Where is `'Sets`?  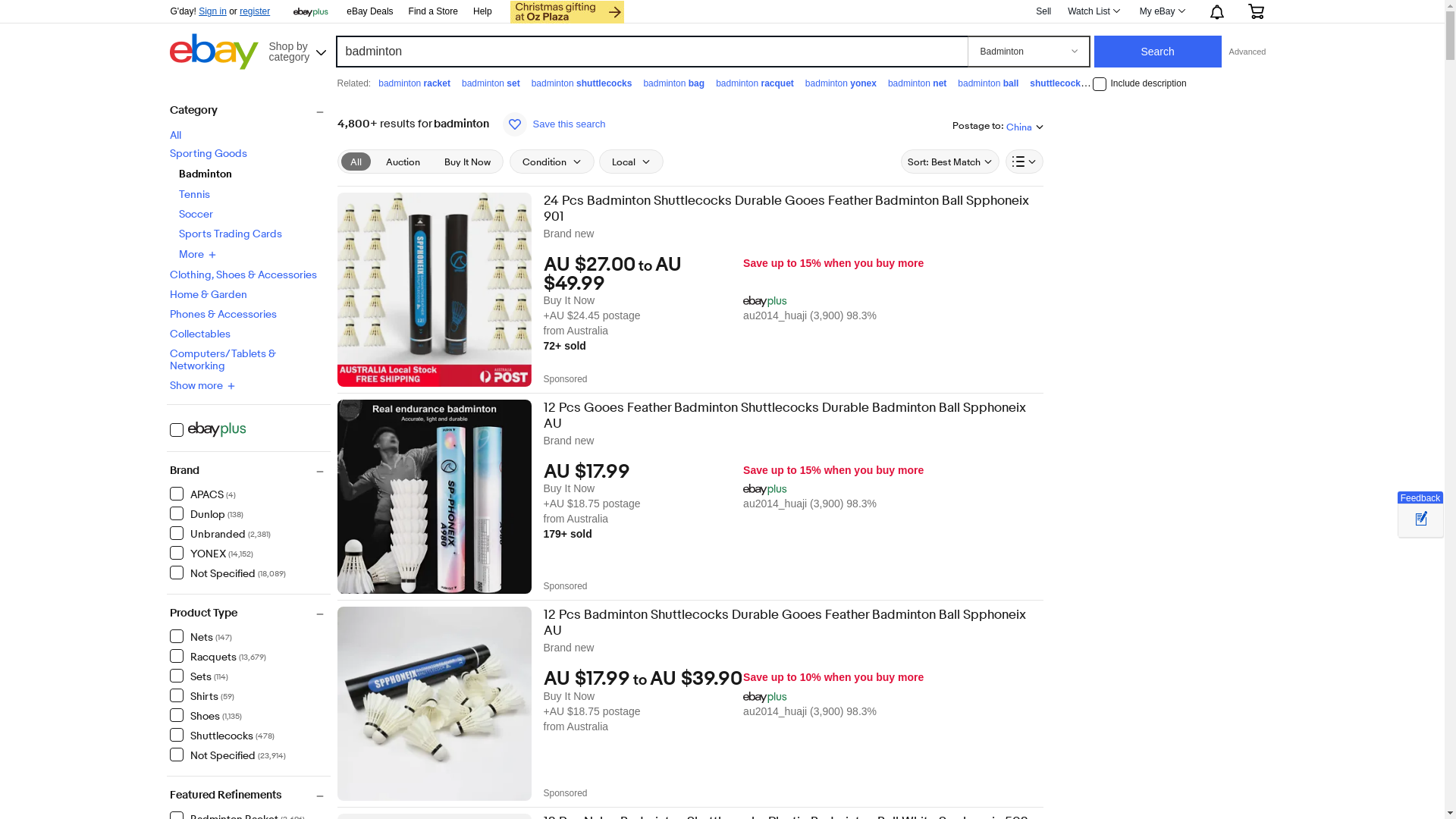 'Sets is located at coordinates (198, 675).